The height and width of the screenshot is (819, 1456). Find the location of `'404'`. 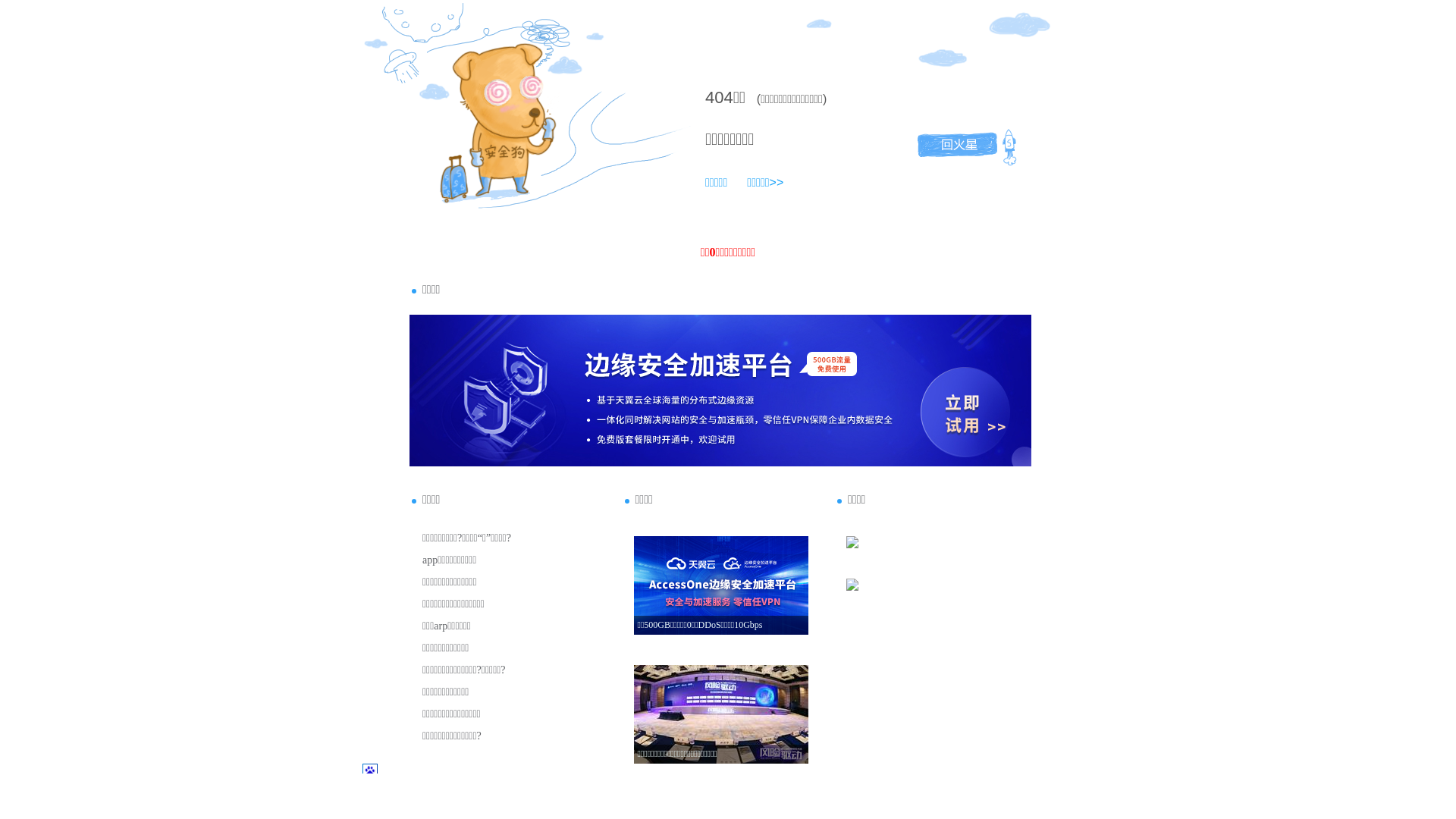

'404' is located at coordinates (718, 97).